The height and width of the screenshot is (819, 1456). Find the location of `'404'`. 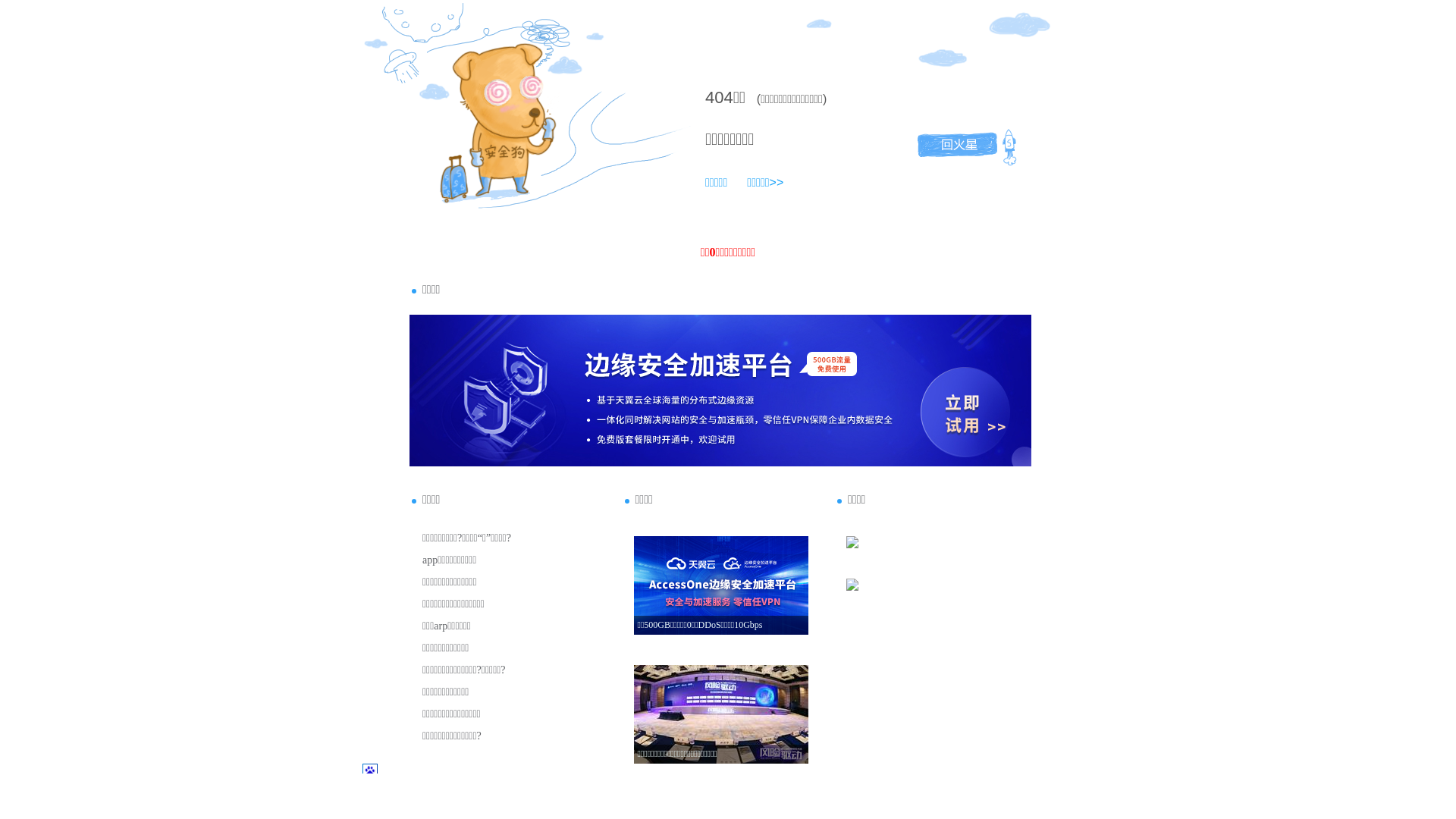

'404' is located at coordinates (718, 97).